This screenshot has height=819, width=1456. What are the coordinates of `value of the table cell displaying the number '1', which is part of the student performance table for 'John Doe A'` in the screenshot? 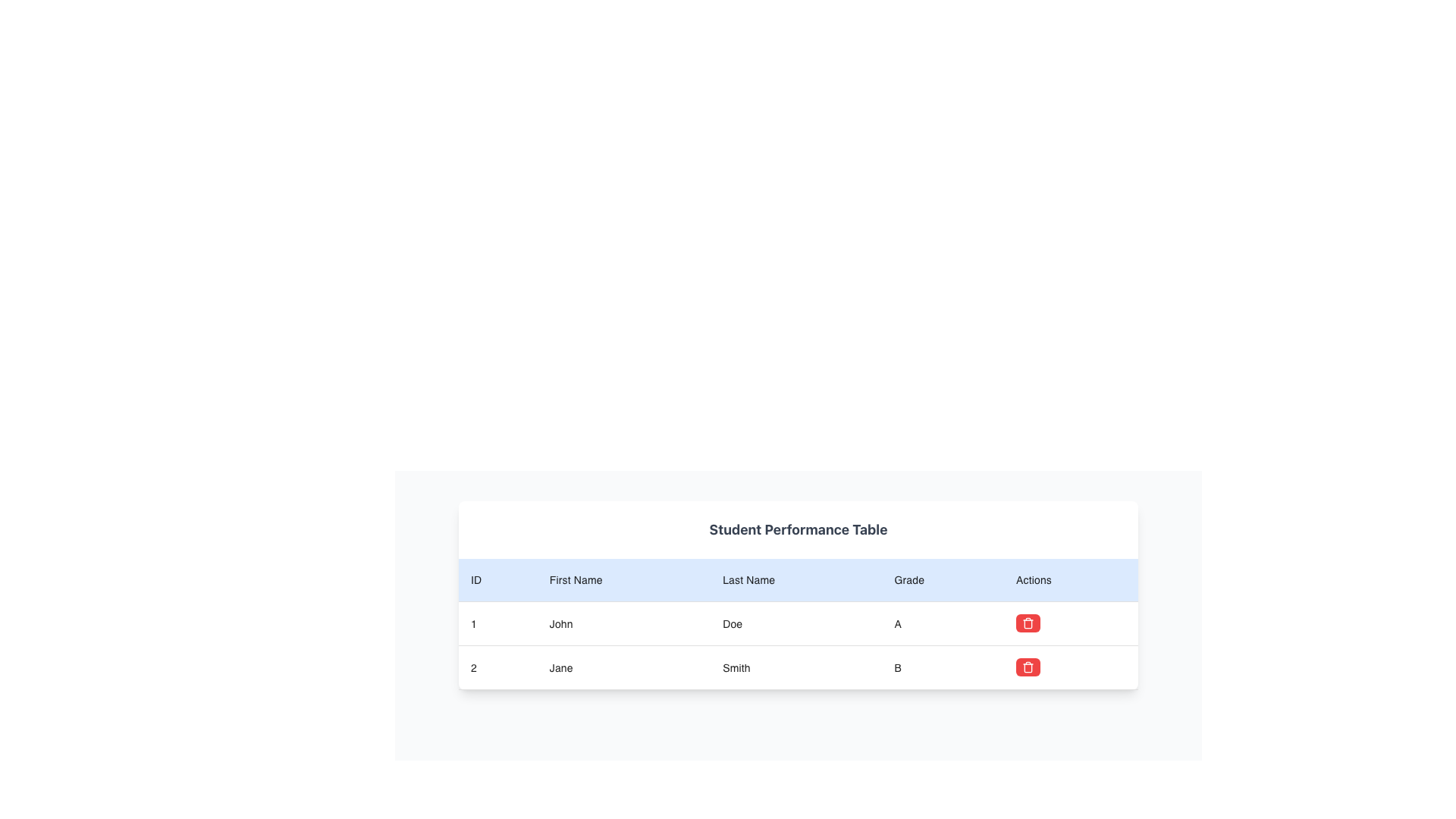 It's located at (497, 623).